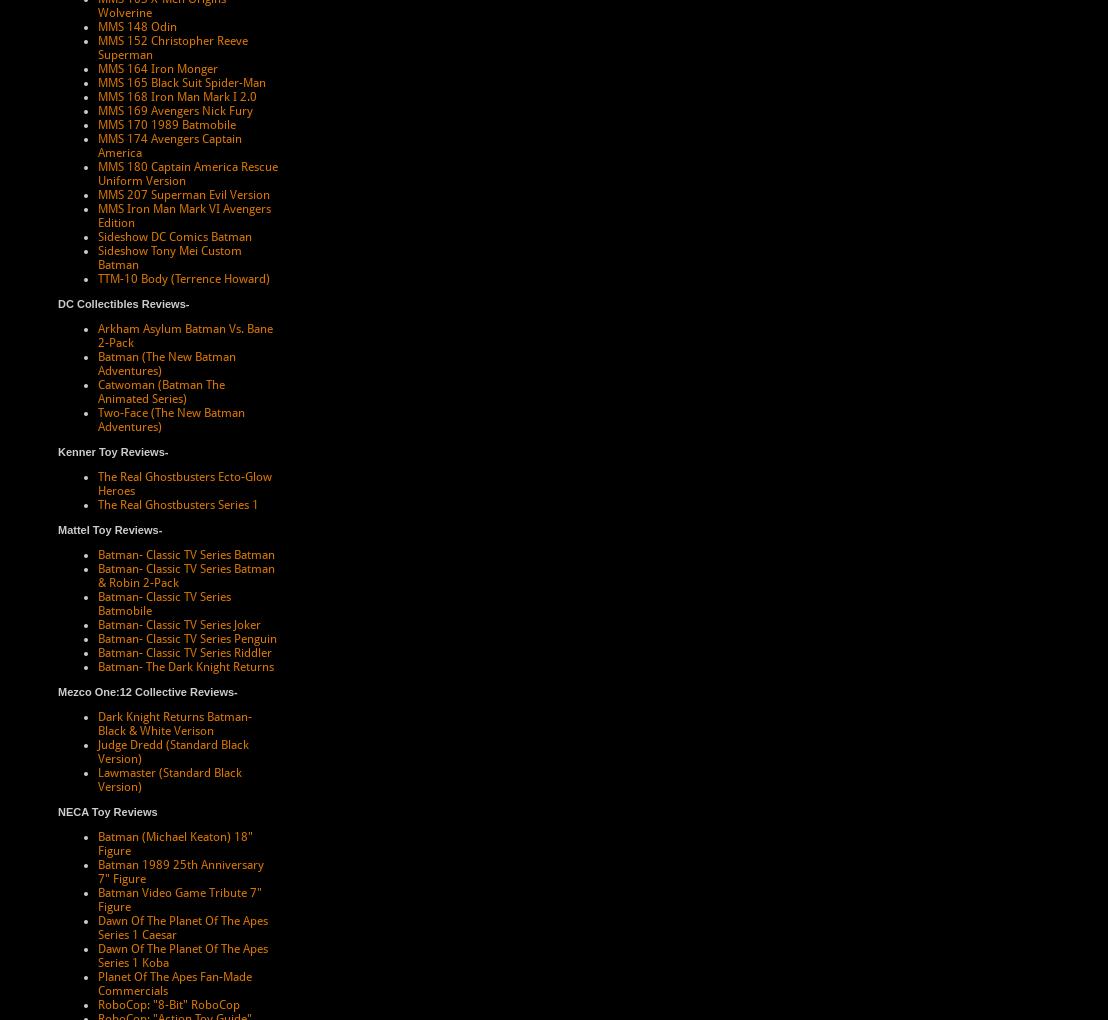  Describe the element at coordinates (167, 1005) in the screenshot. I see `'RoboCop: "8-Bit" RoboCop'` at that location.